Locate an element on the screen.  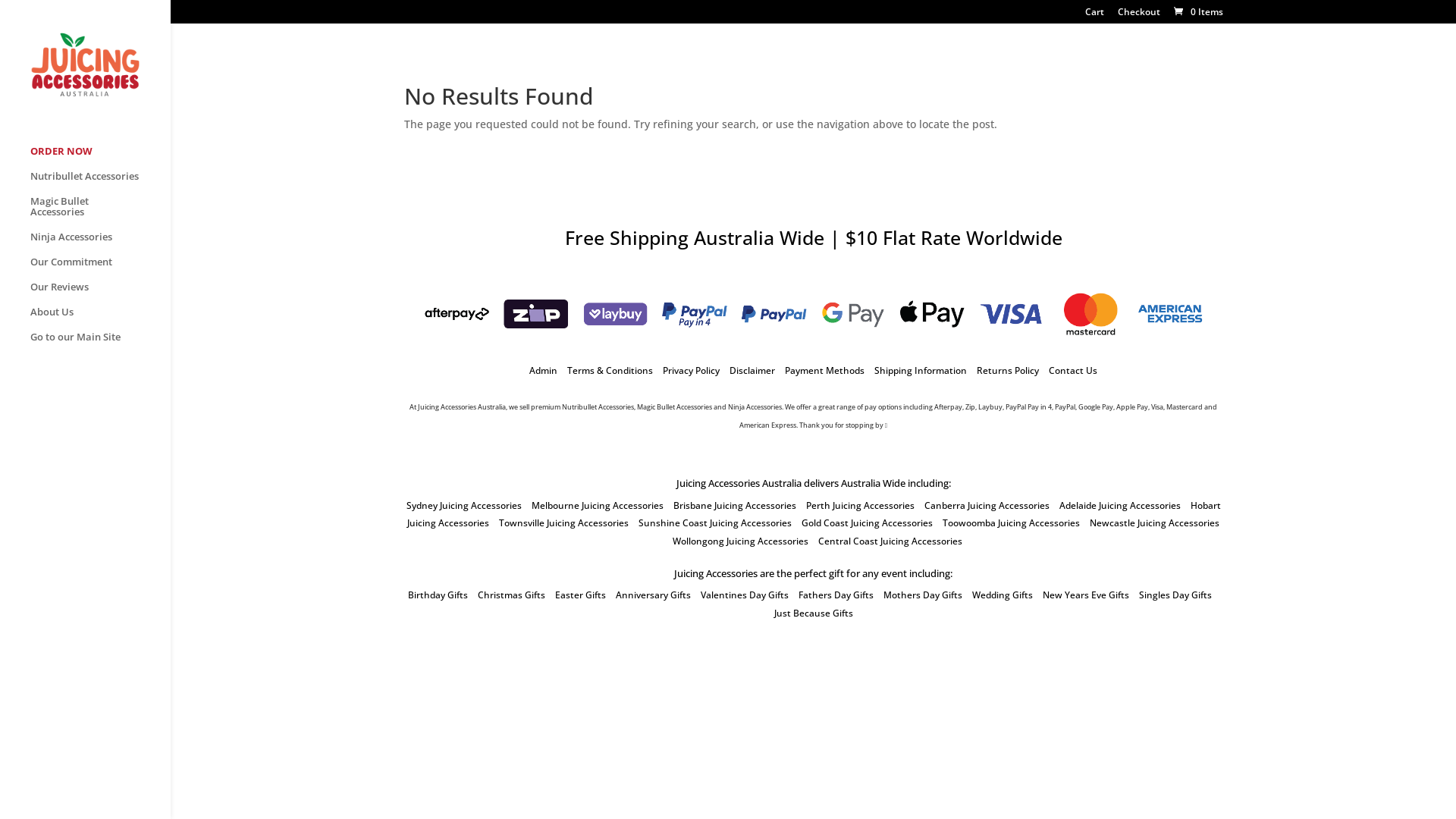
'Nutribullet Accessories' is located at coordinates (99, 182).